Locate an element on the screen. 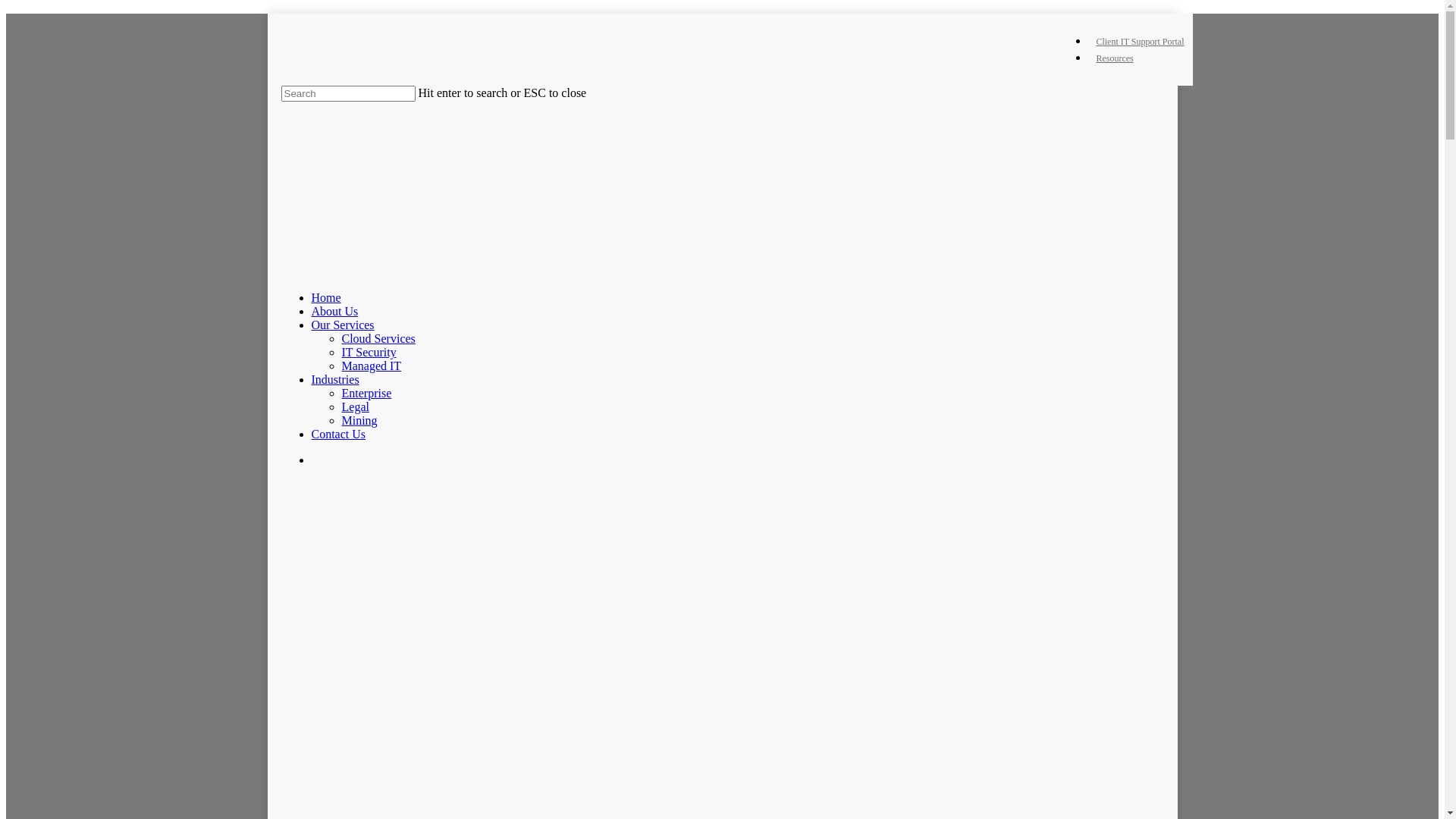  'Resources' is located at coordinates (1114, 58).